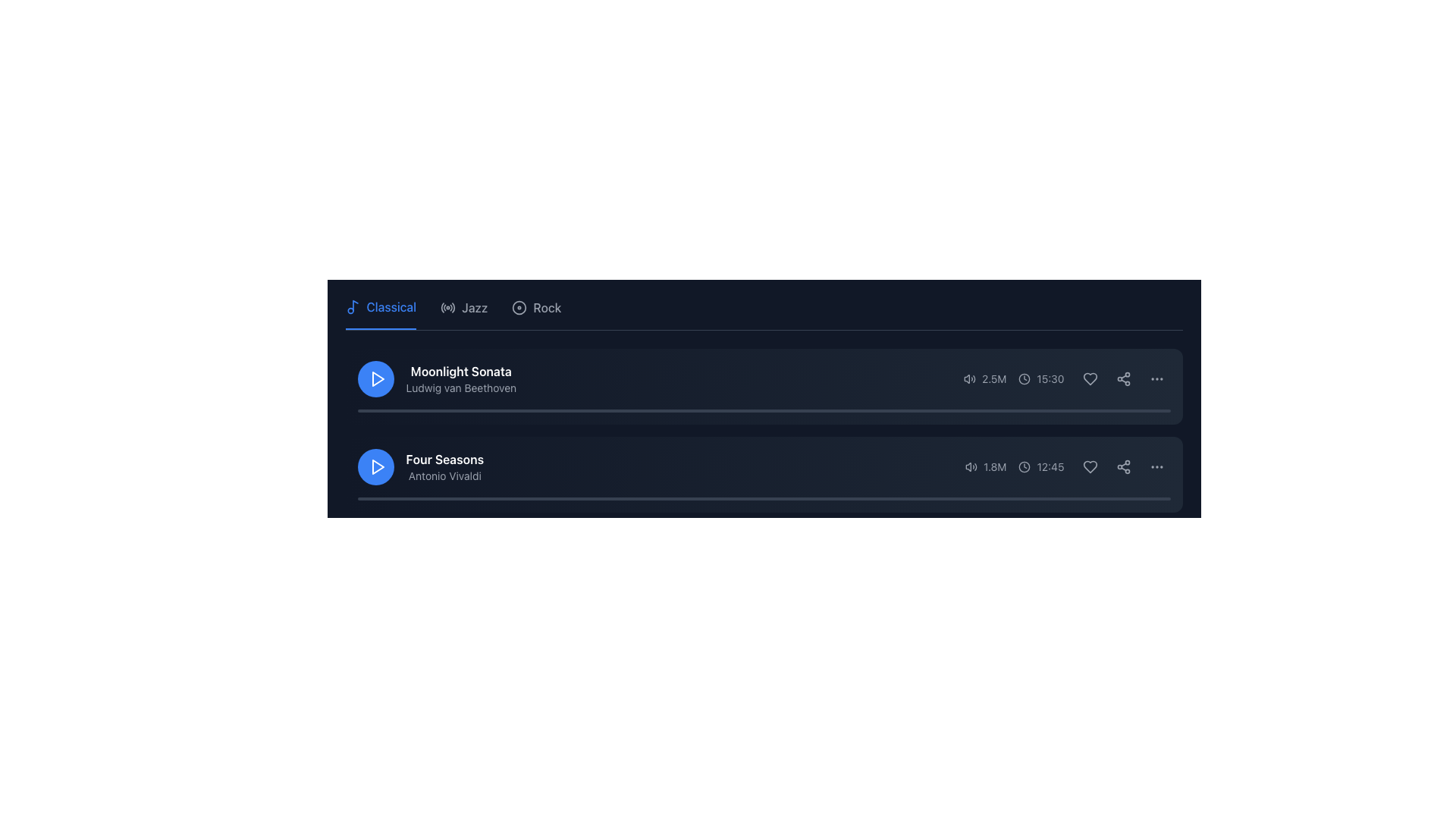 The width and height of the screenshot is (1456, 819). What do you see at coordinates (460, 378) in the screenshot?
I see `the text element displaying 'Moonlight Sonata' by 'Ludwig van Beethoven'` at bounding box center [460, 378].